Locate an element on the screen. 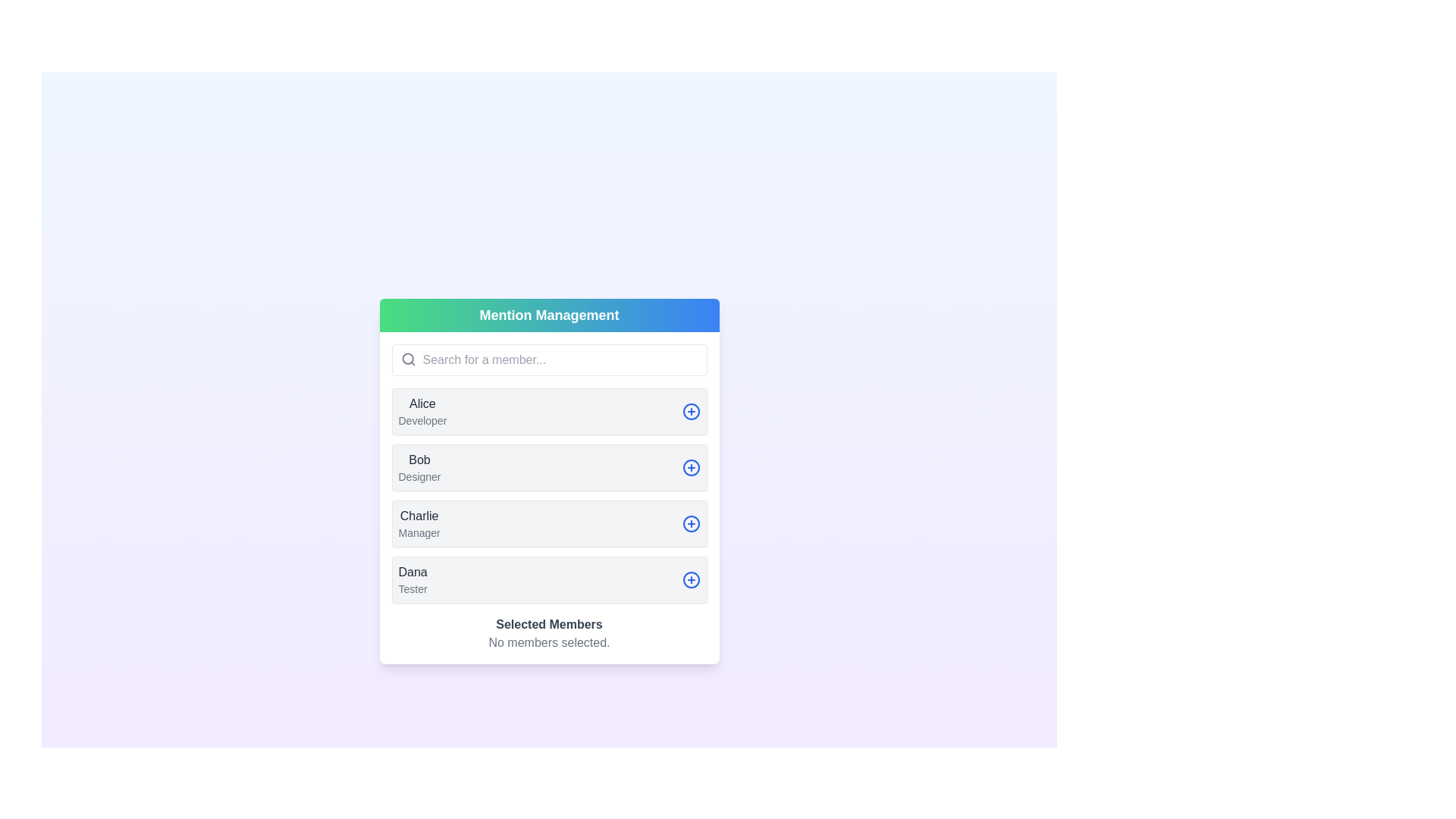 The width and height of the screenshot is (1456, 819). the plus sign icon for user 'Bob Designer' located is located at coordinates (690, 467).